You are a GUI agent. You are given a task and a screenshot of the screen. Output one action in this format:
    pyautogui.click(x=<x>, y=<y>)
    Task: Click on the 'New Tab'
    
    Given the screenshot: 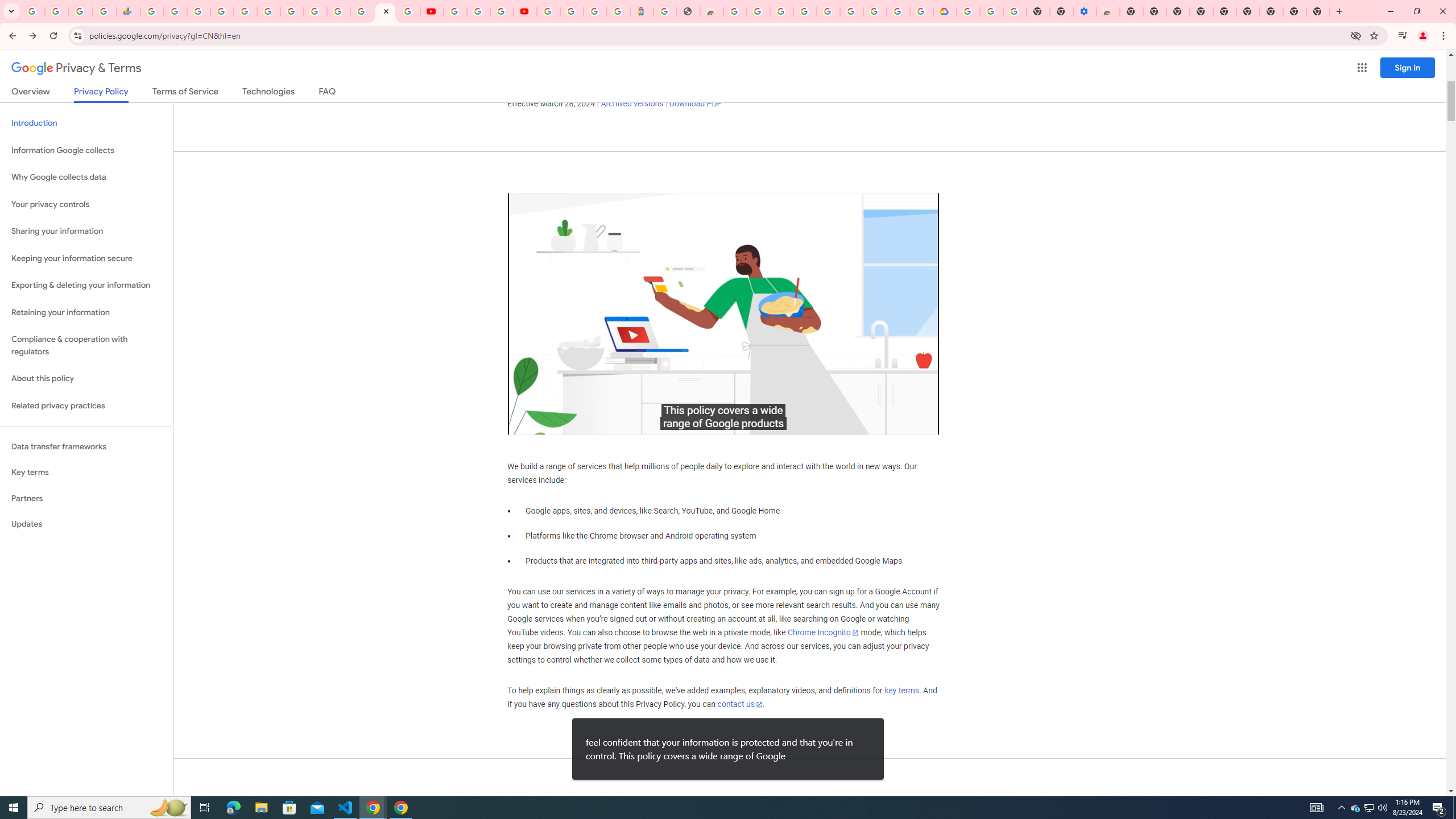 What is the action you would take?
    pyautogui.click(x=1318, y=11)
    